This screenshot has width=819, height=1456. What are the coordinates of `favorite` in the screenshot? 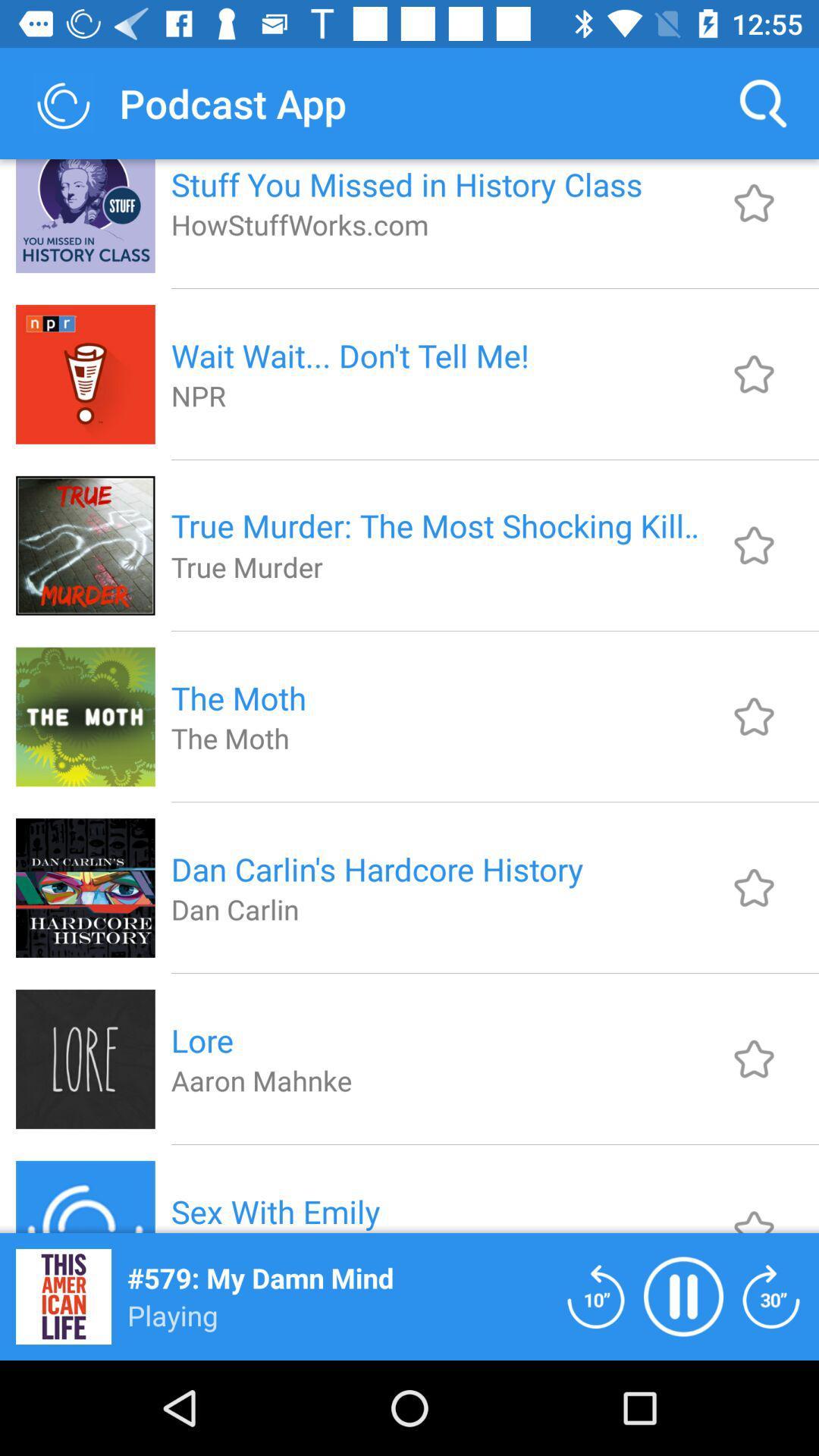 It's located at (754, 374).